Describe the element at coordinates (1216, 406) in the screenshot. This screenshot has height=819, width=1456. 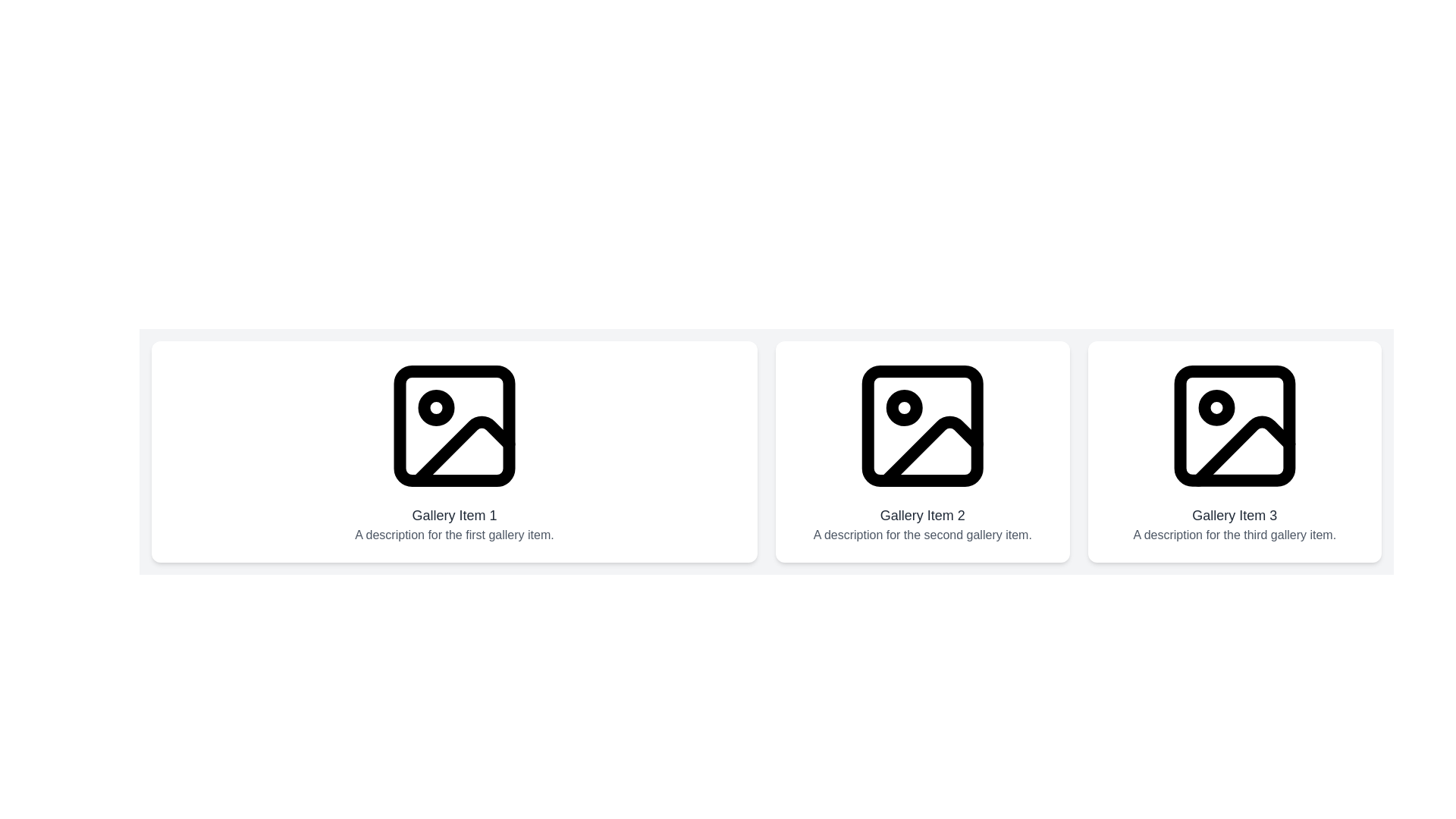
I see `the decorative circle shape within the image icon of the third gallery item, located in the top-left corner near a diagonal line` at that location.